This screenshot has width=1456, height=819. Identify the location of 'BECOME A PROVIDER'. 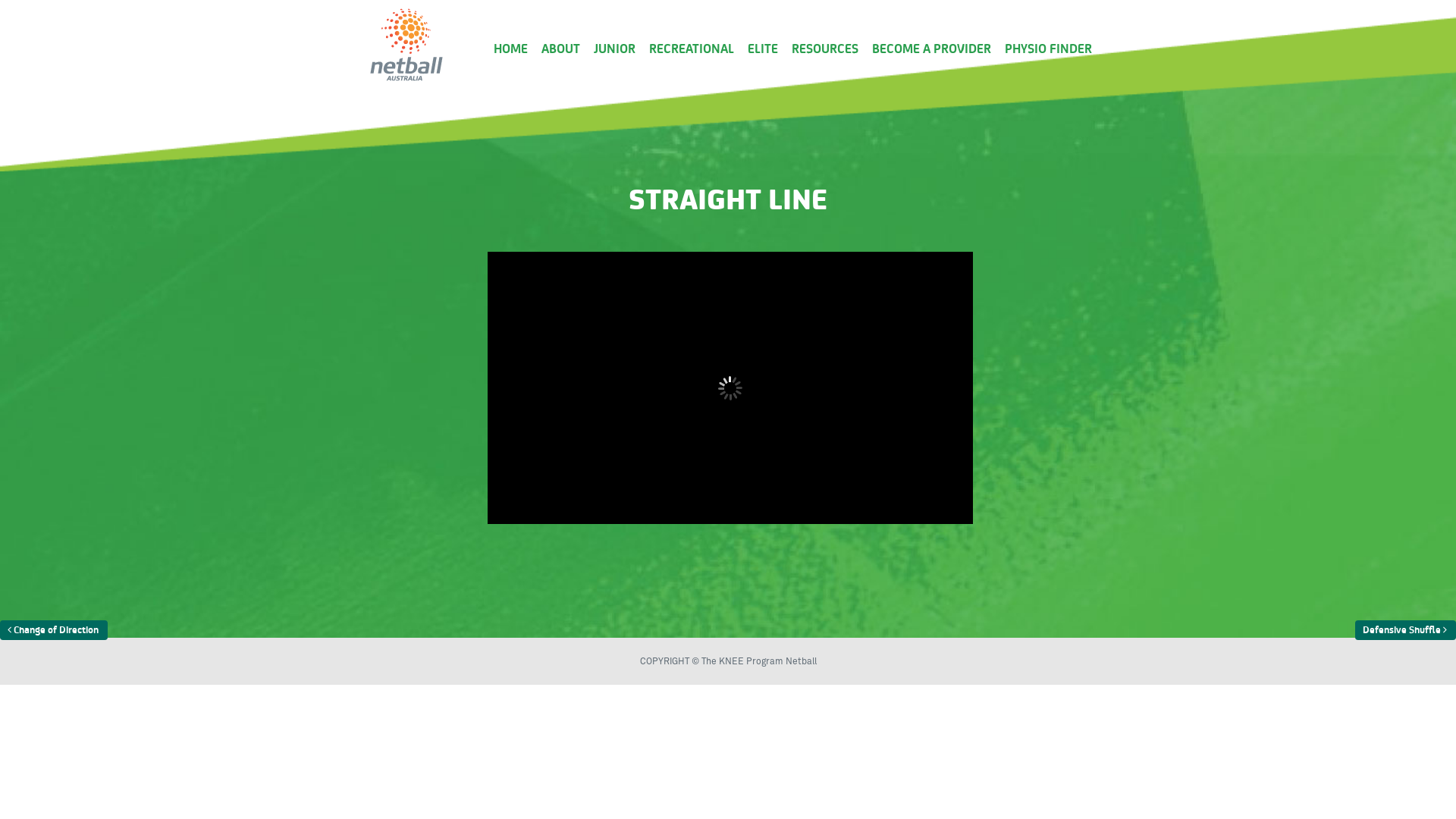
(858, 48).